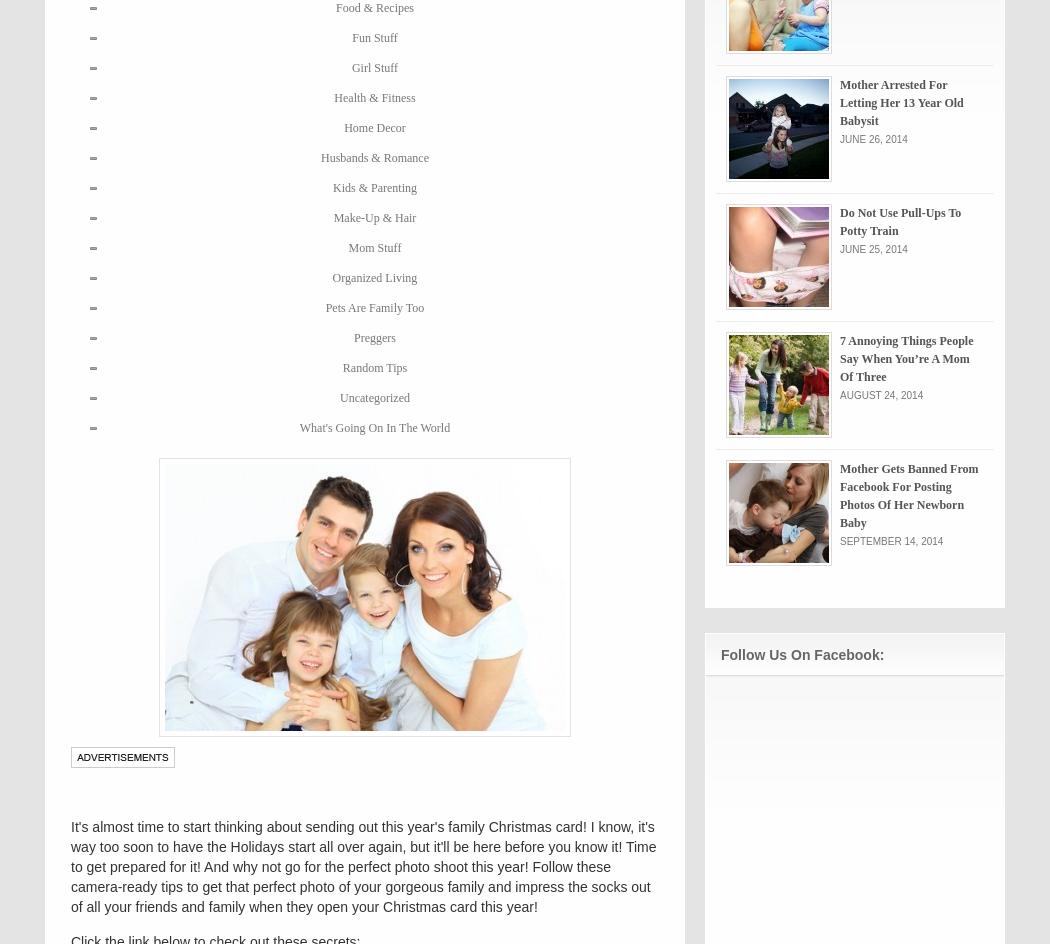  What do you see at coordinates (373, 216) in the screenshot?
I see `'Make-Up & Hair'` at bounding box center [373, 216].